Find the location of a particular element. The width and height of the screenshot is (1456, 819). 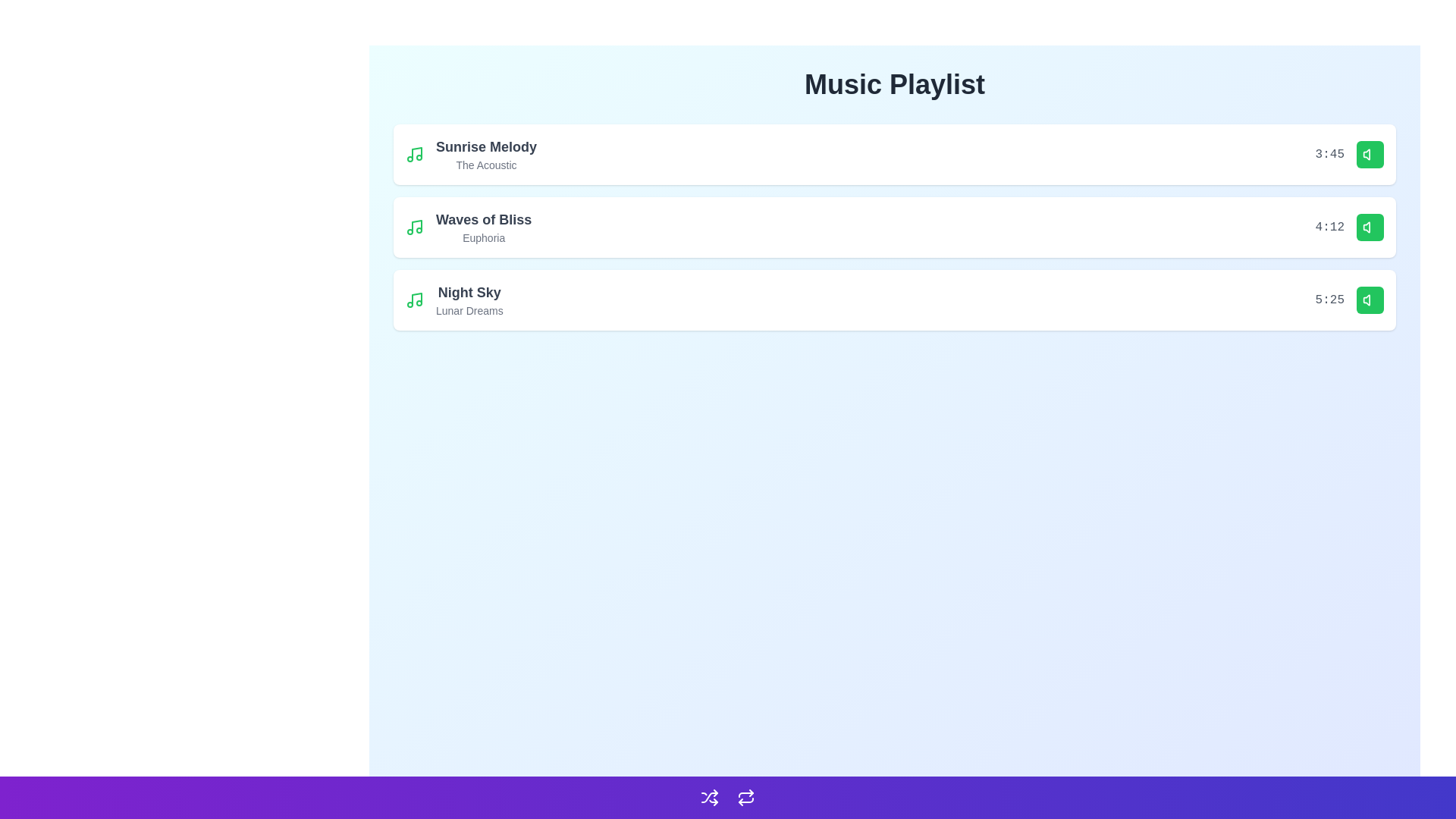

the text label displaying 'Euphoria', which is positioned directly below the title 'Waves of Bliss' in the music playlist interface is located at coordinates (483, 237).